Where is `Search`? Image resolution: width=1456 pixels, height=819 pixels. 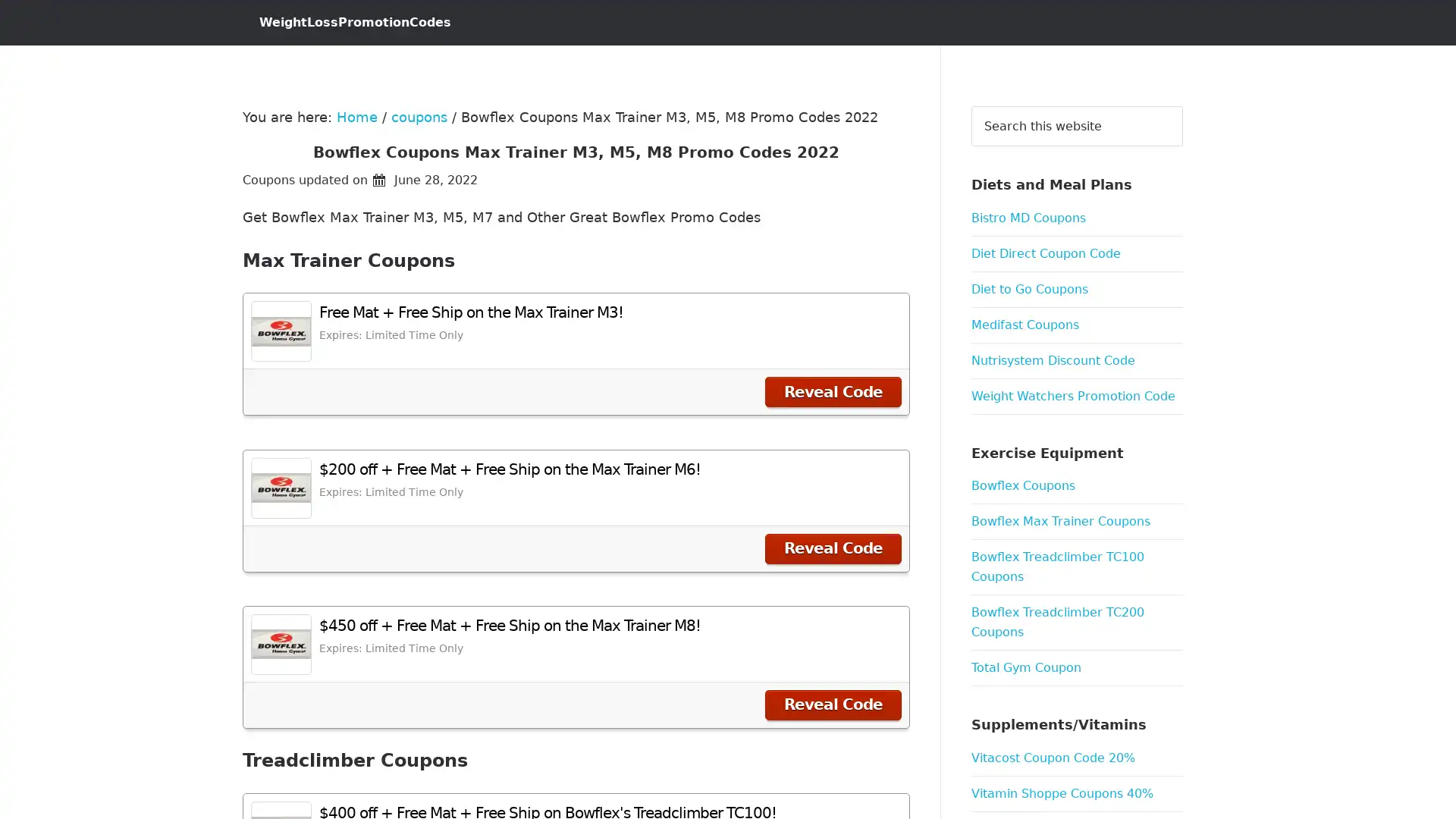
Search is located at coordinates (1181, 105).